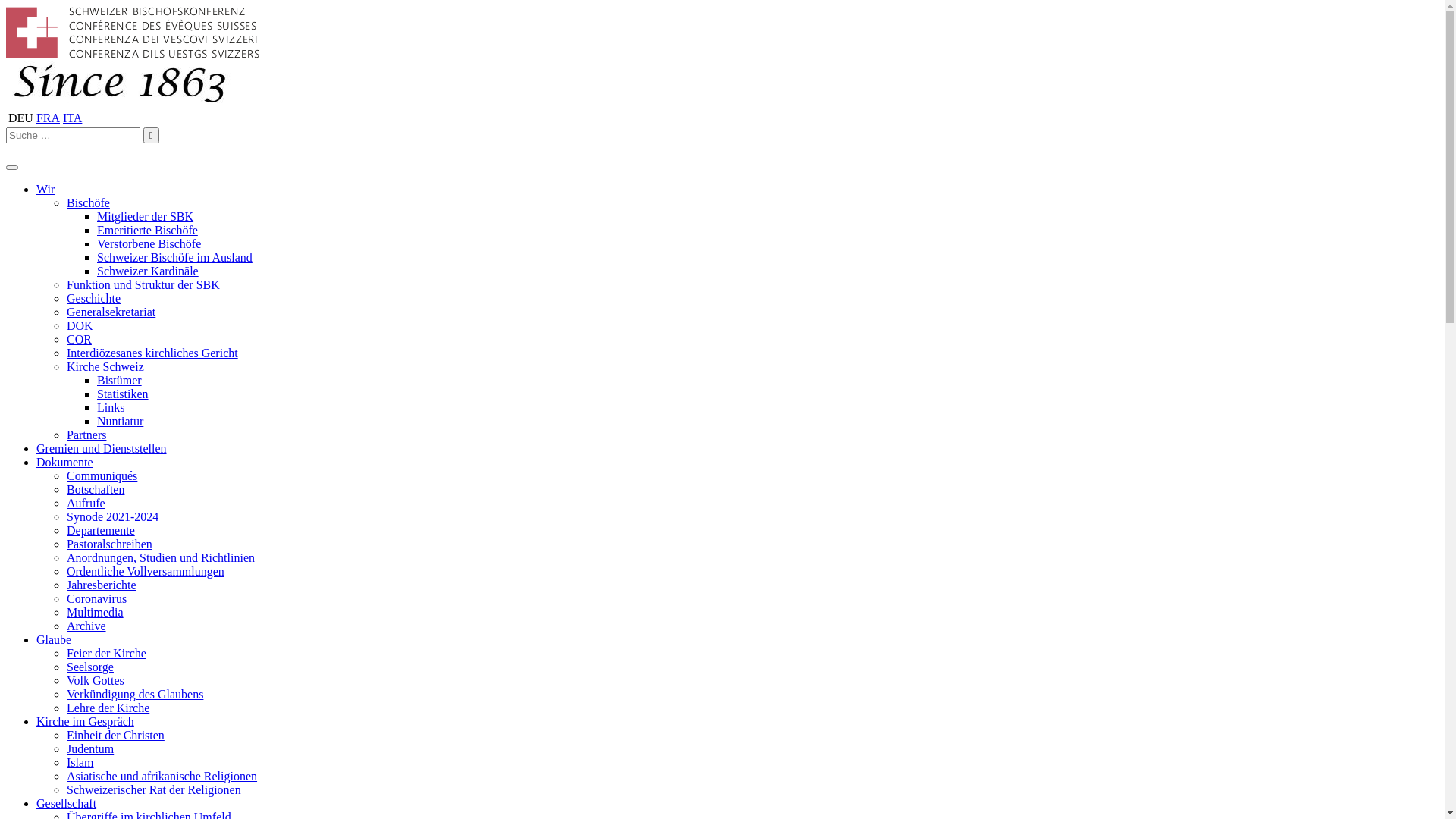  Describe the element at coordinates (48, 117) in the screenshot. I see `'FRA'` at that location.